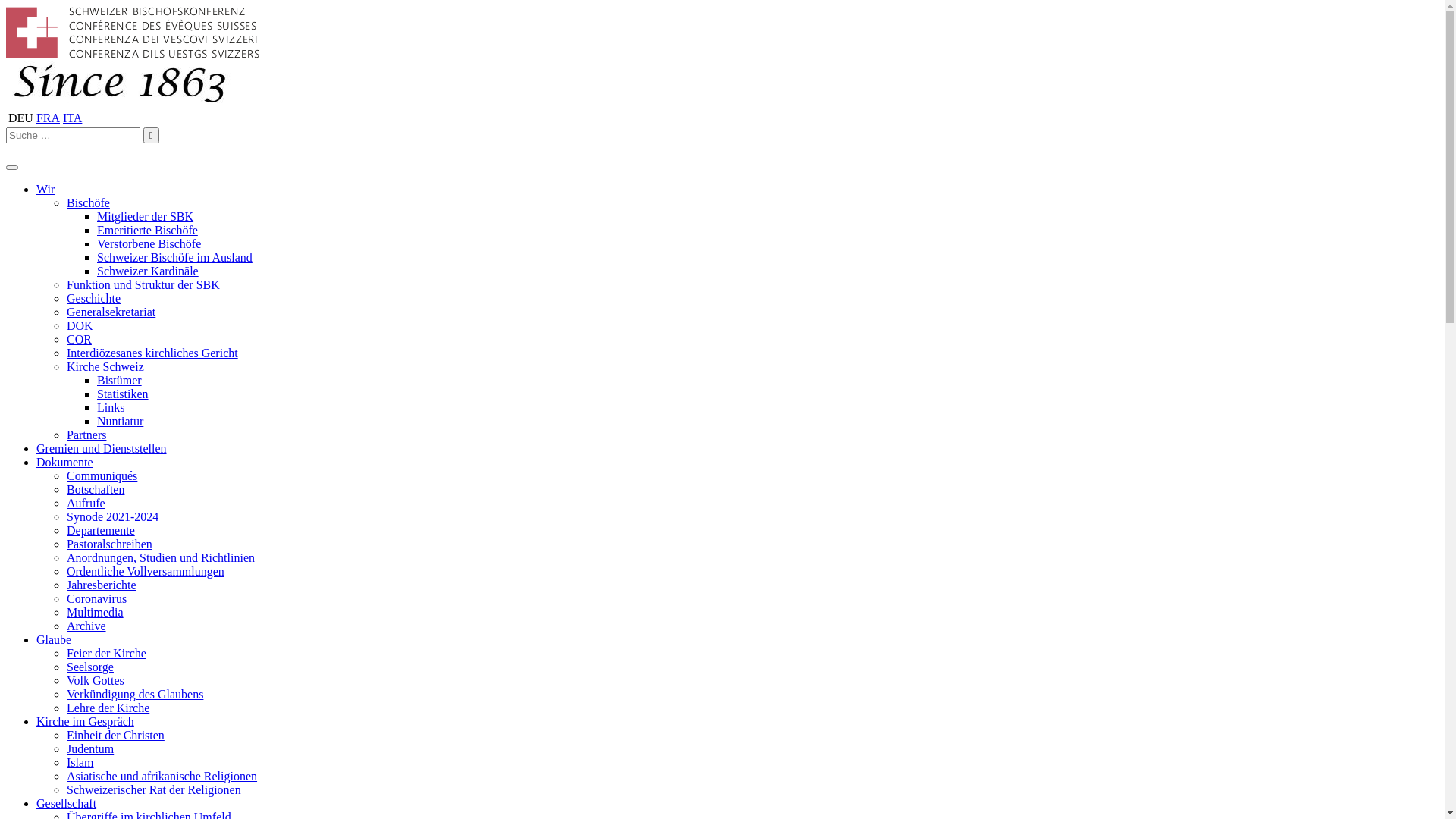  Describe the element at coordinates (48, 117) in the screenshot. I see `'FRA'` at that location.